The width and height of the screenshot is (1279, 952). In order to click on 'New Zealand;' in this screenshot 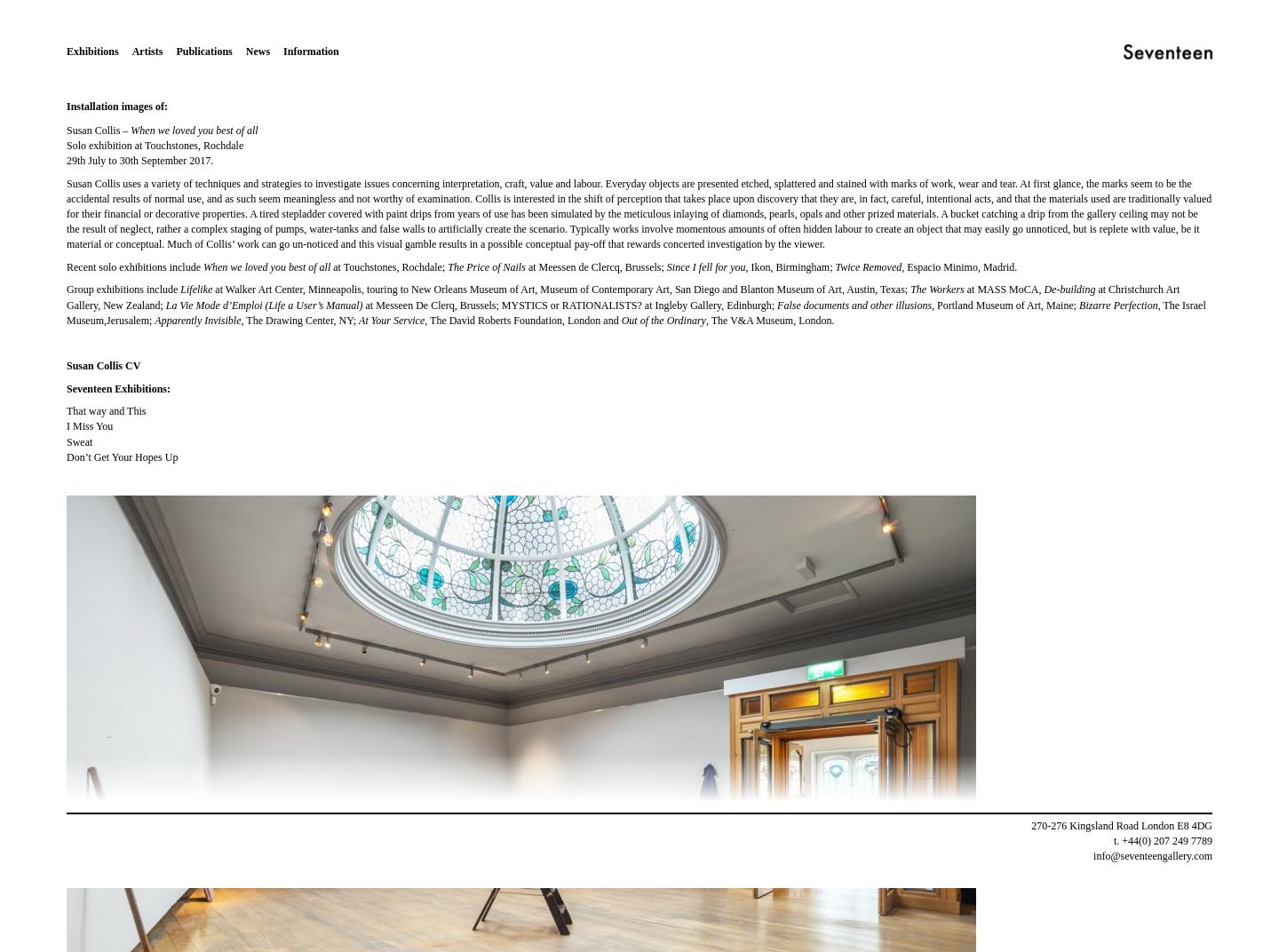, I will do `click(103, 305)`.